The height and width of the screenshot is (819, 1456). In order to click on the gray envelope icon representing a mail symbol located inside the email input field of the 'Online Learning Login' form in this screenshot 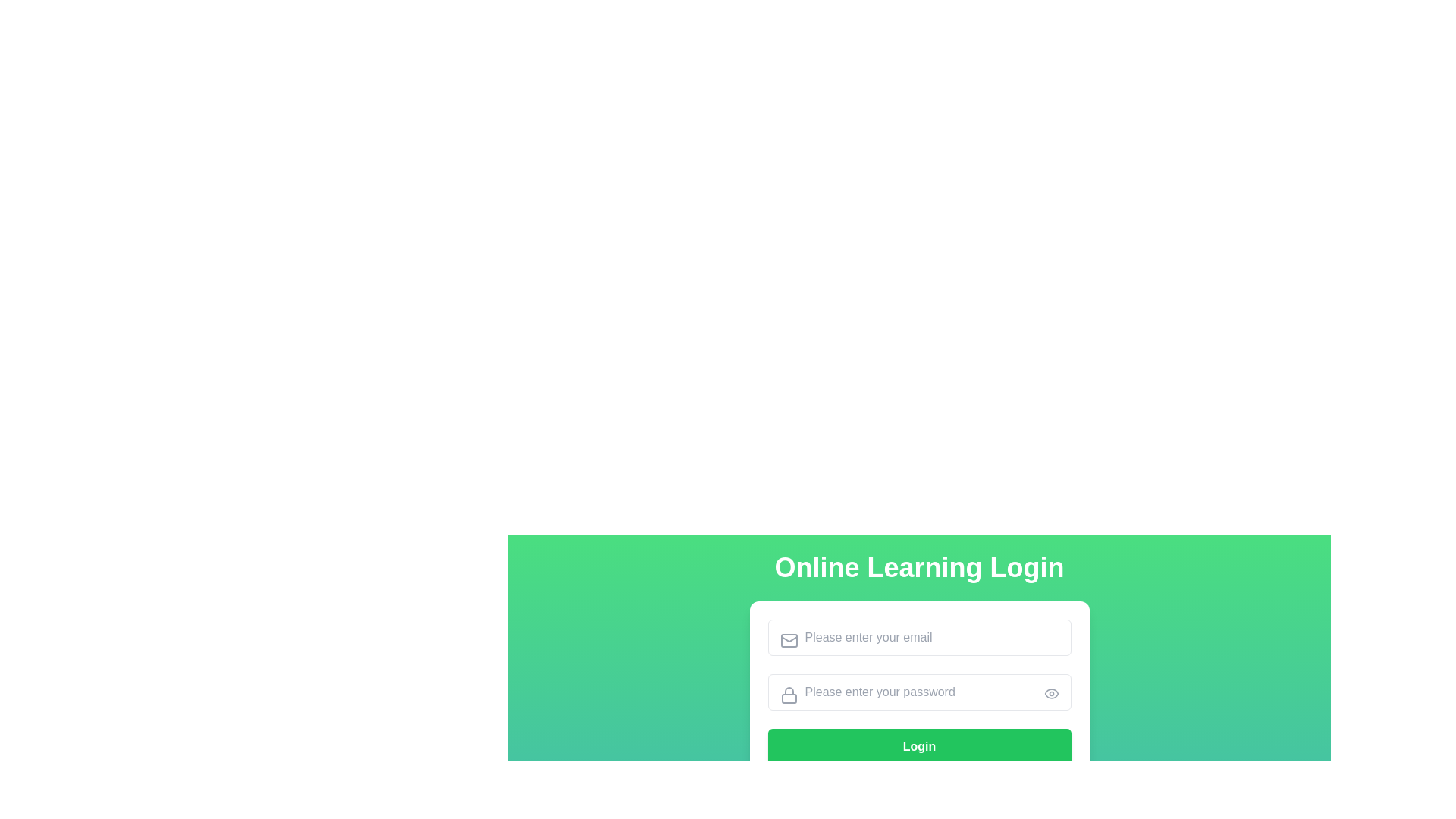, I will do `click(789, 640)`.